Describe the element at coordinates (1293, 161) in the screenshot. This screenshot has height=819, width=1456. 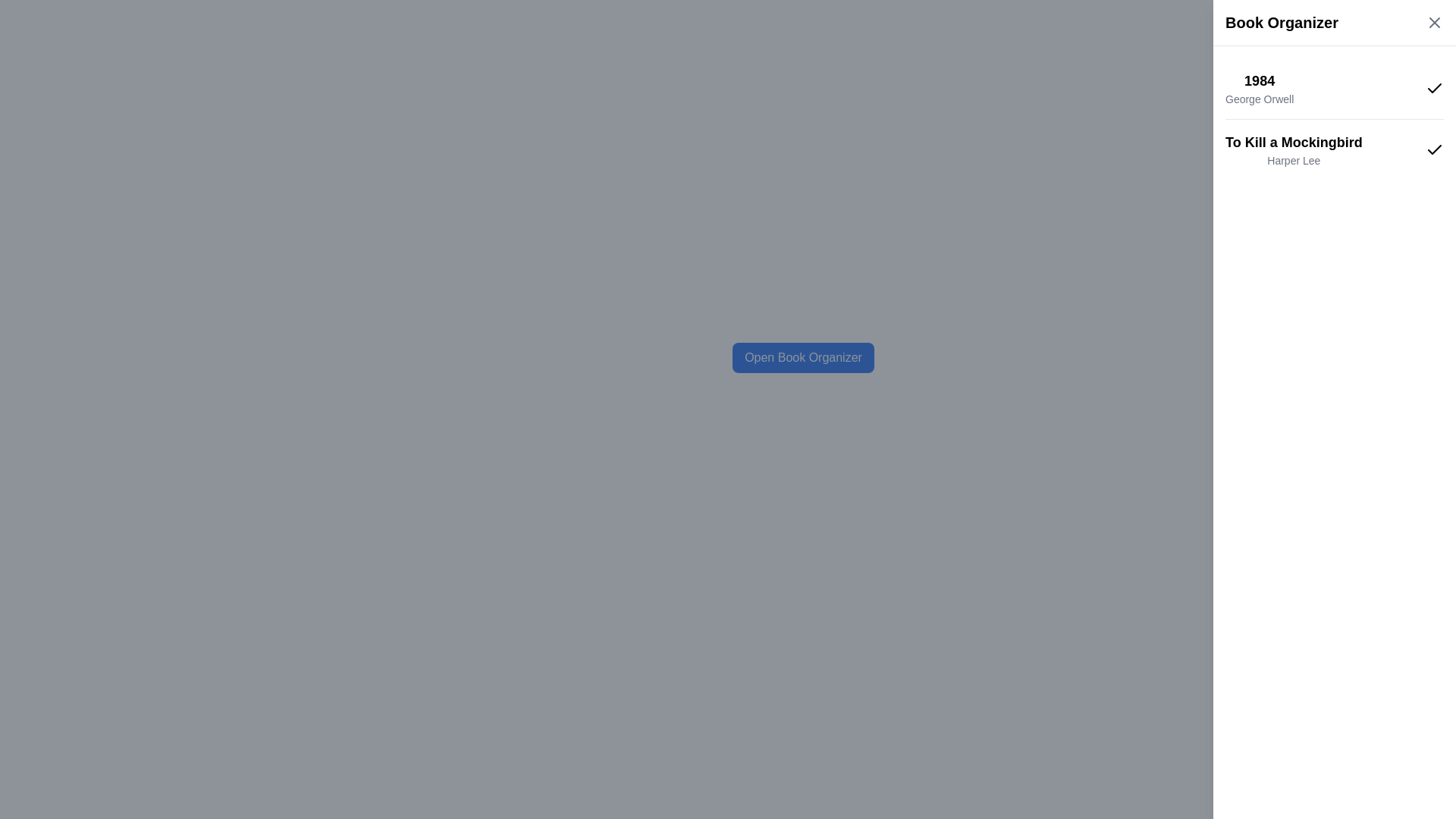
I see `the text label displaying 'Harper Lee', which is positioned beneath the title 'To Kill a Mockingbird' in a structured list layout` at that location.